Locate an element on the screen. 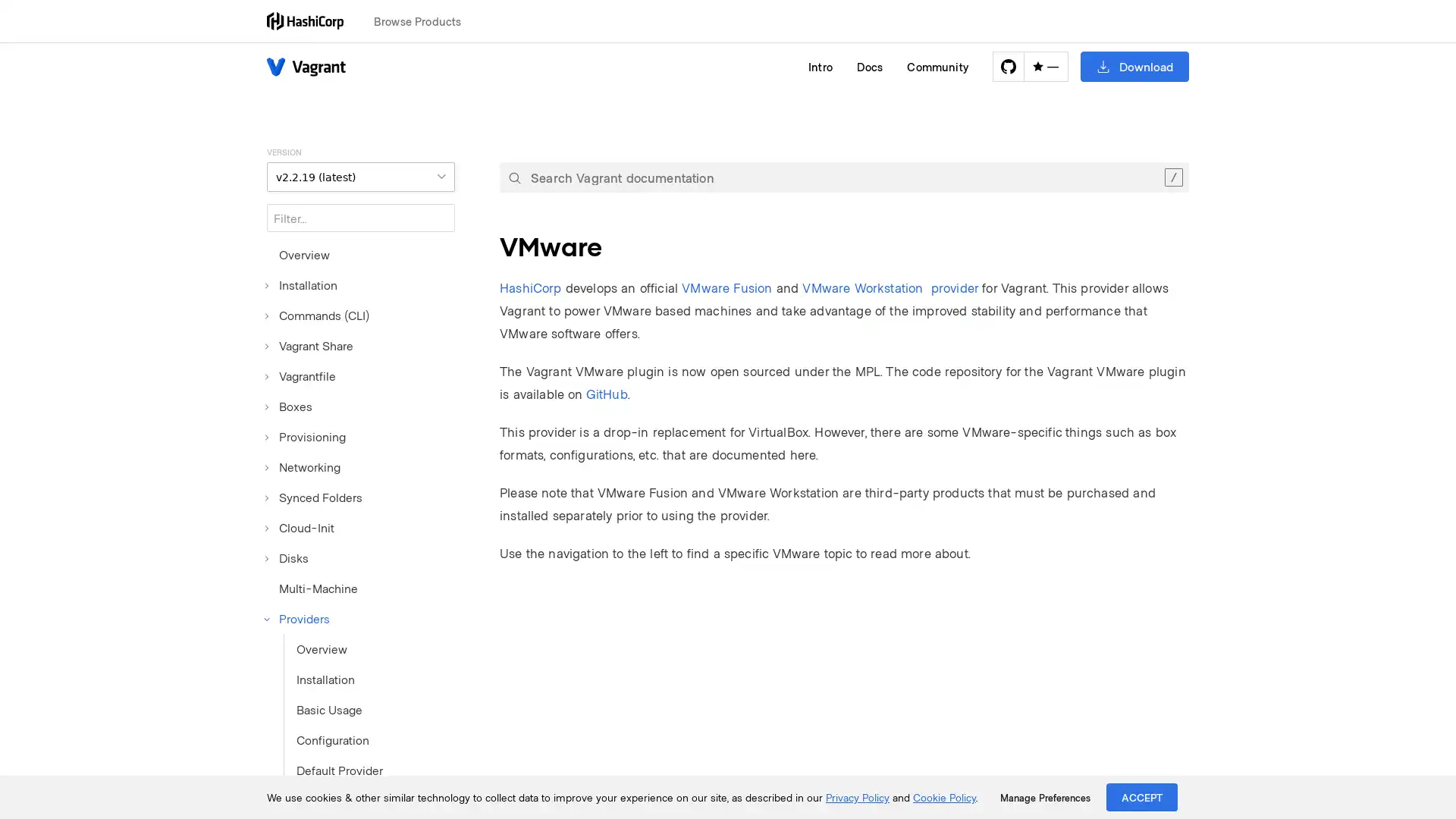  Disks is located at coordinates (287, 558).